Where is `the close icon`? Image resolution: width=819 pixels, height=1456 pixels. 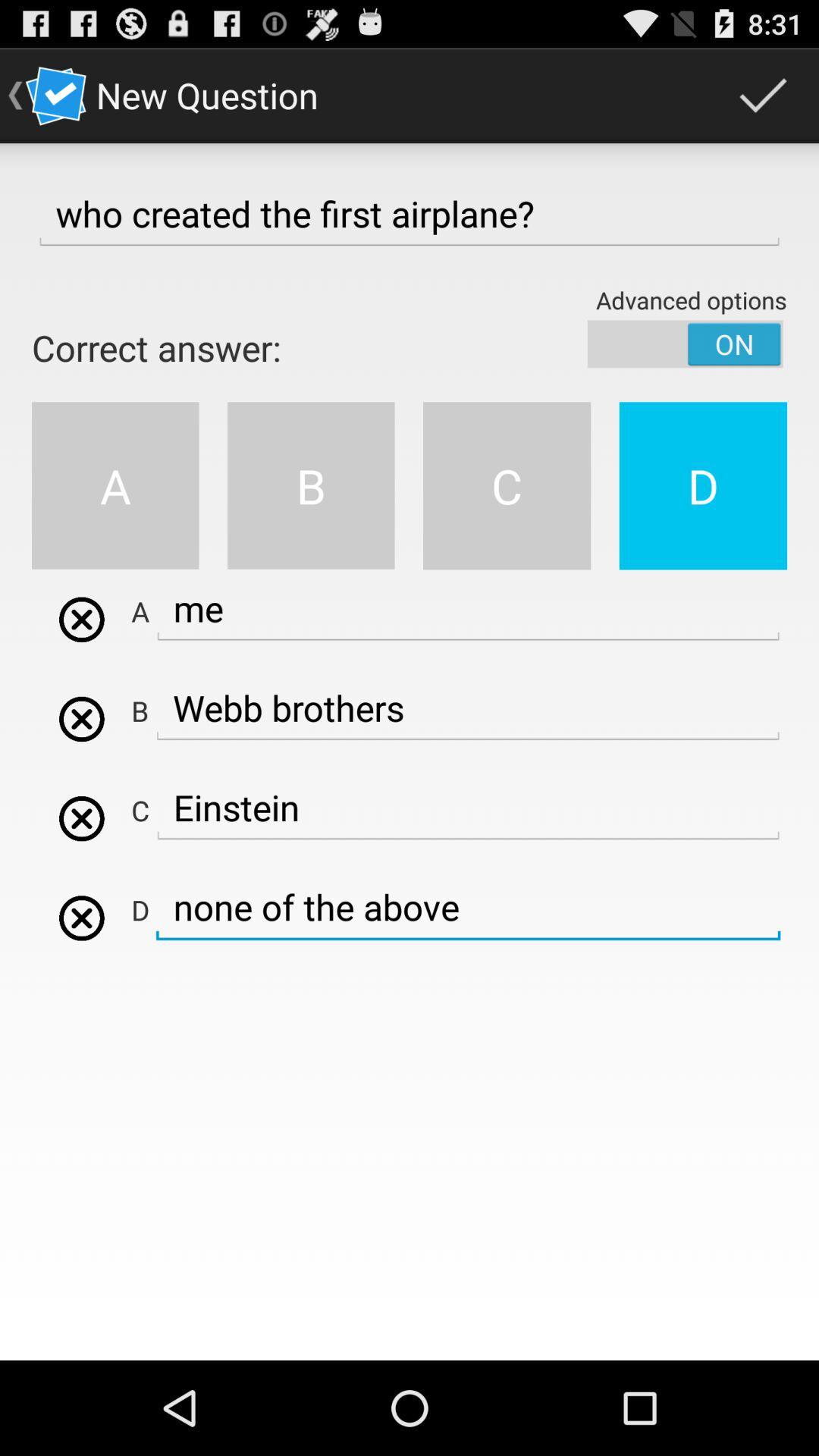 the close icon is located at coordinates (81, 876).